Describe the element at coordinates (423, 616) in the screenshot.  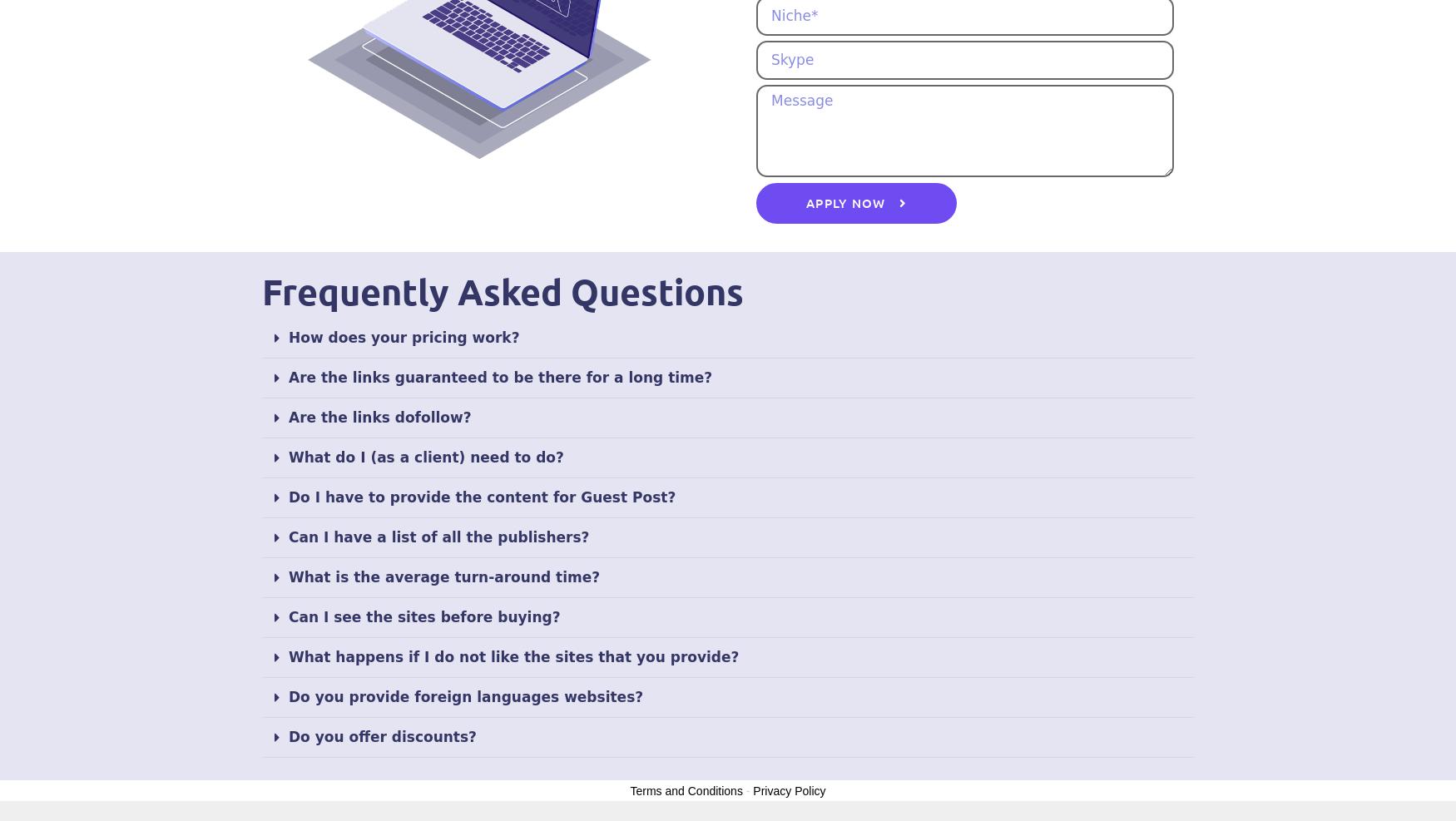
I see `'Can I see the sites before buying?'` at that location.